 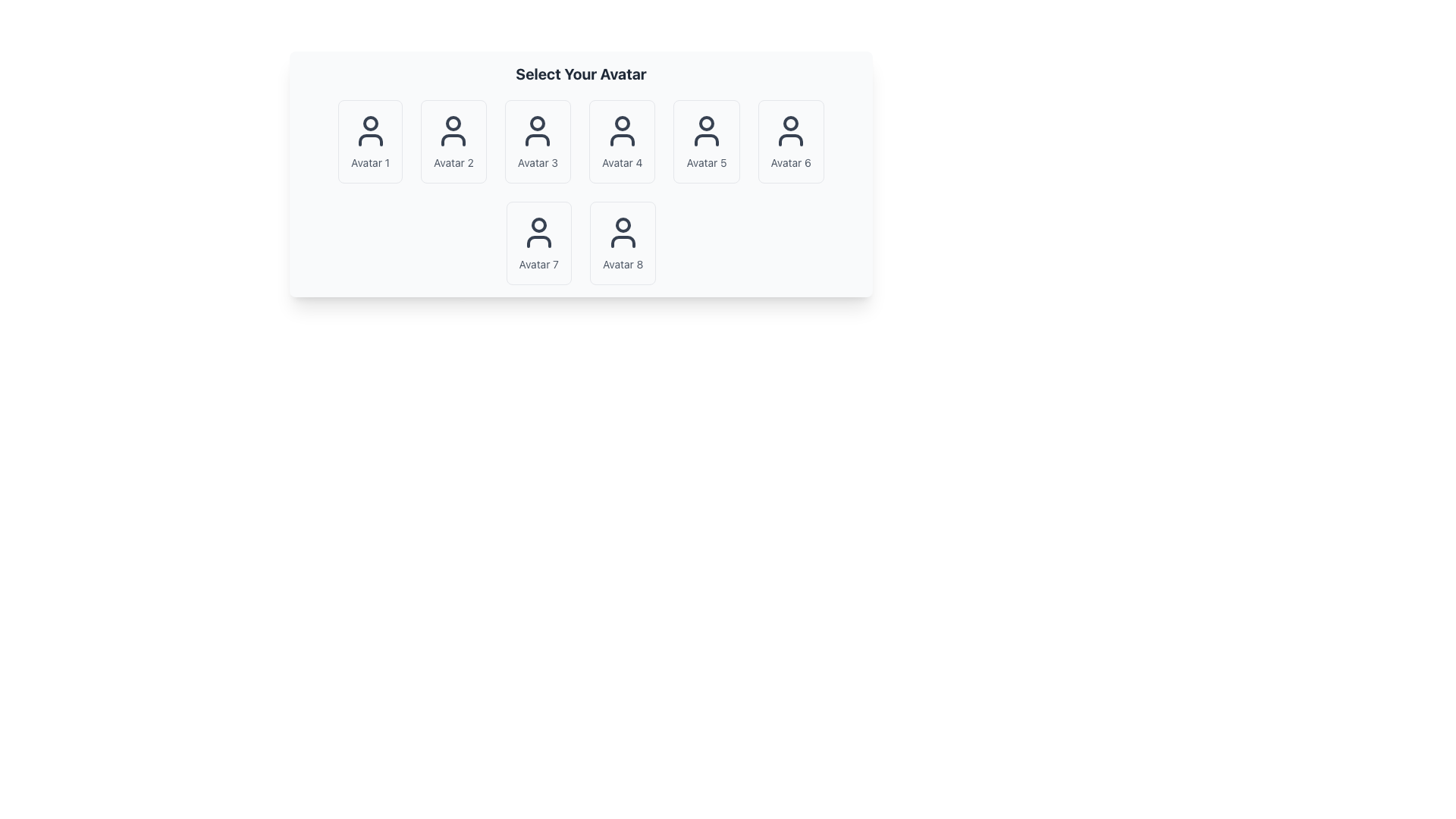 I want to click on text label 'Avatar 5' located at the bottom center of the fifth card in the top right region of the grid layout, so click(x=705, y=163).